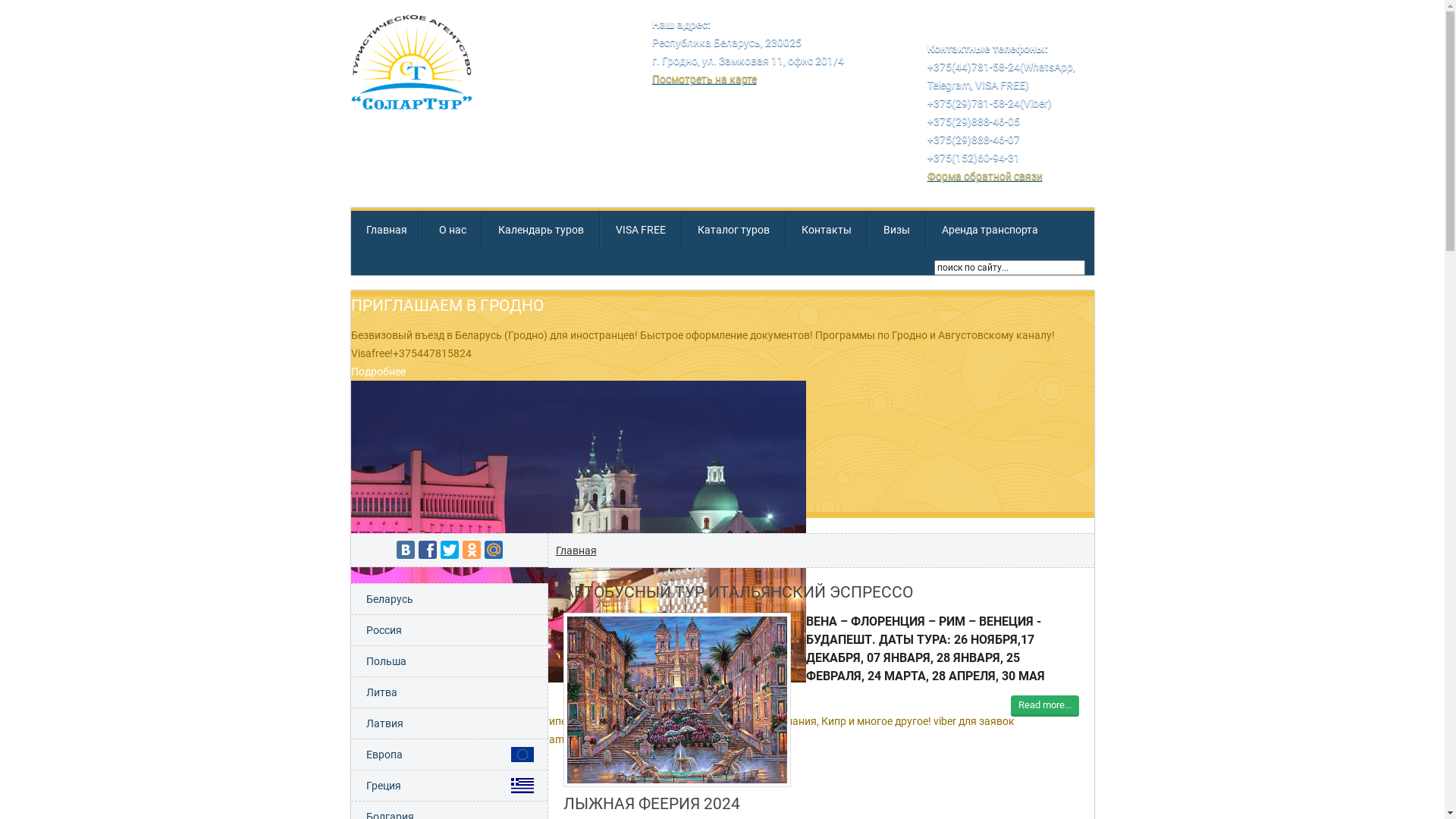 This screenshot has height=819, width=1456. What do you see at coordinates (640, 230) in the screenshot?
I see `'VISA FREE'` at bounding box center [640, 230].